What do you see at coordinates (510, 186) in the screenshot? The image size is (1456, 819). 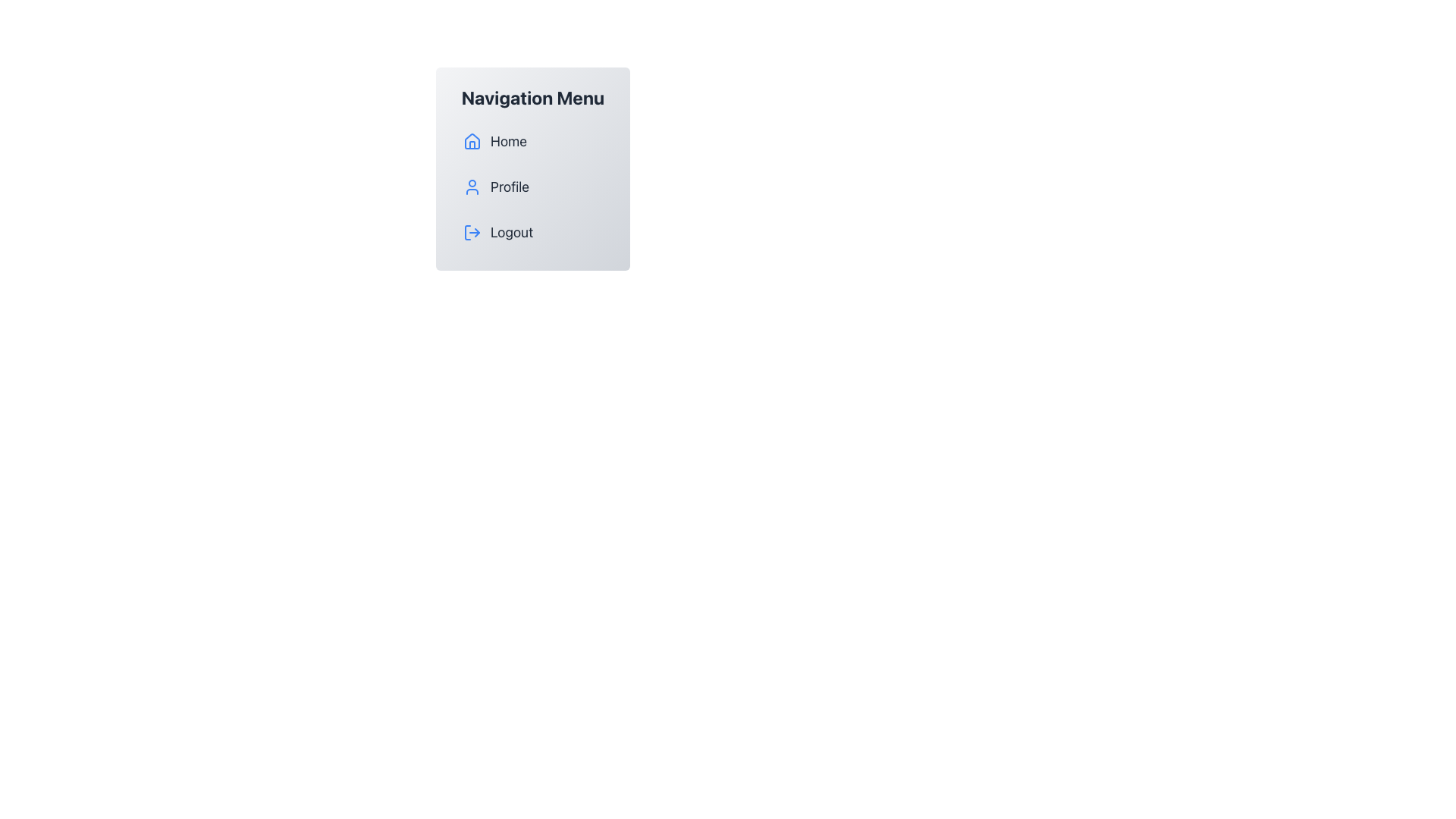 I see `the 'Profile' text label in the vertical navigation menu, which is located below the 'Home' option and above the 'Logout' option, aligned with a profile icon to its left` at bounding box center [510, 186].